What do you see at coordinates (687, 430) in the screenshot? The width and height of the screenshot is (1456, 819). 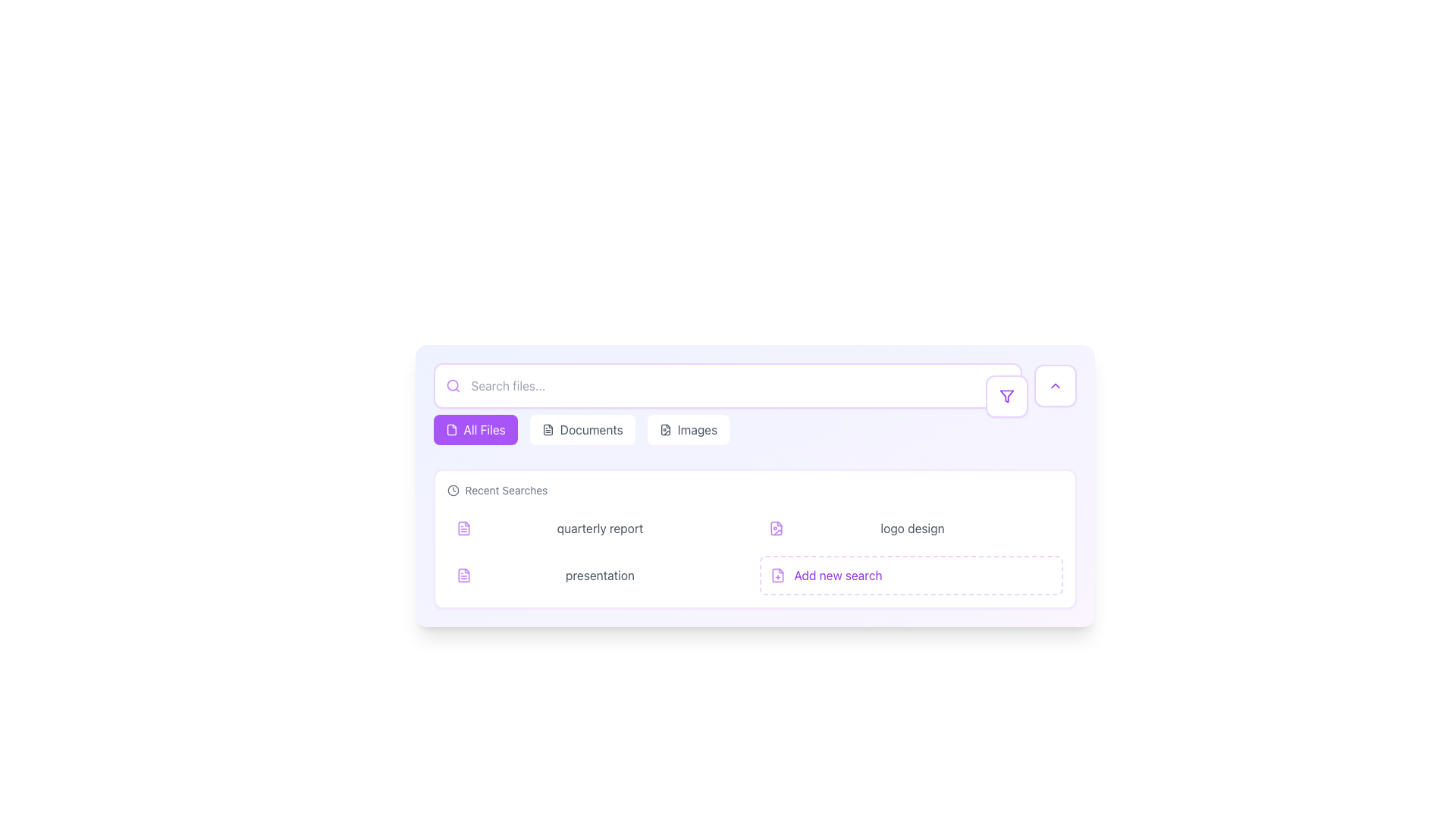 I see `the third button in the top center bar that filters images` at bounding box center [687, 430].